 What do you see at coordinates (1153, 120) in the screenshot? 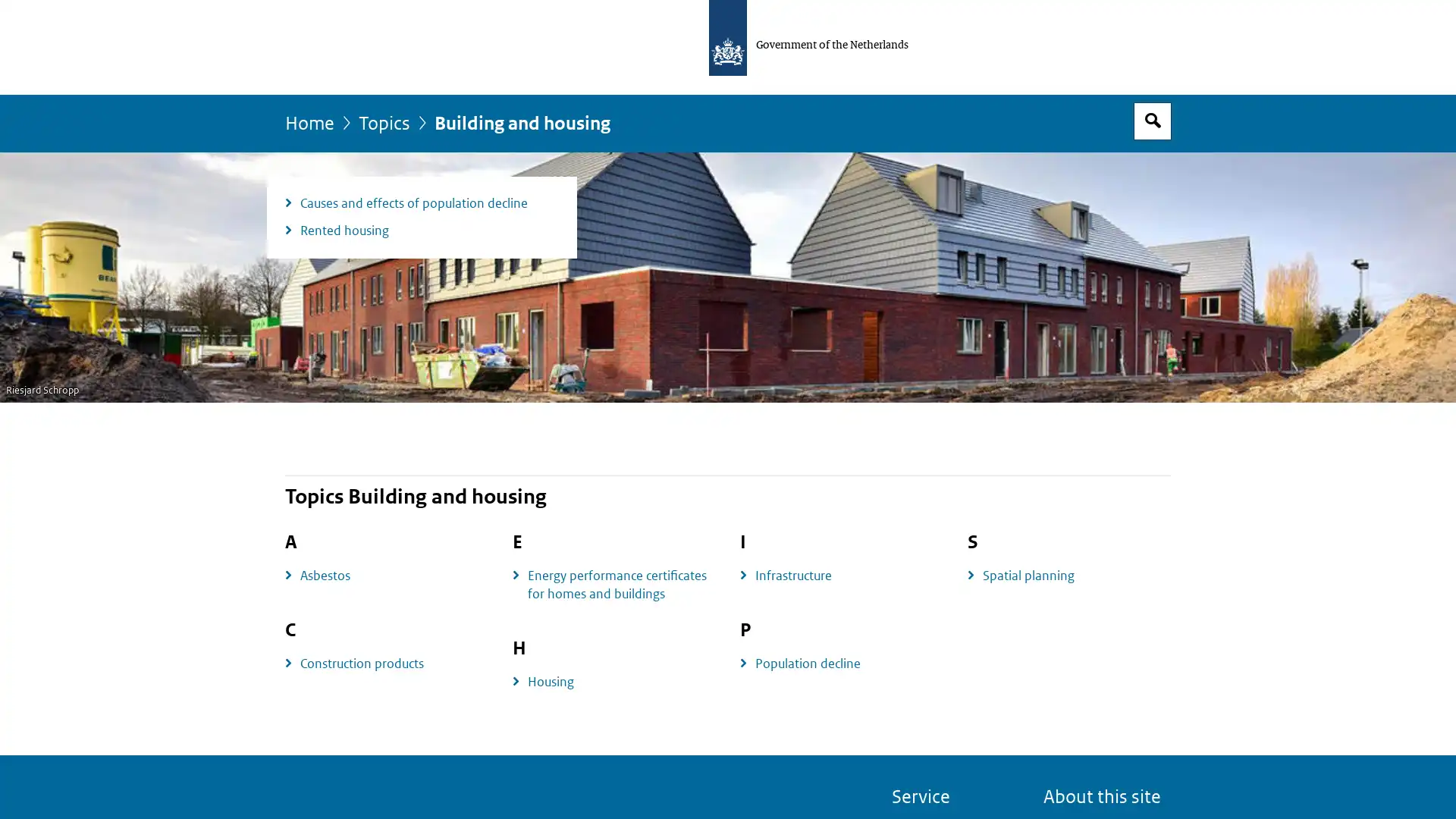
I see `Open search box` at bounding box center [1153, 120].